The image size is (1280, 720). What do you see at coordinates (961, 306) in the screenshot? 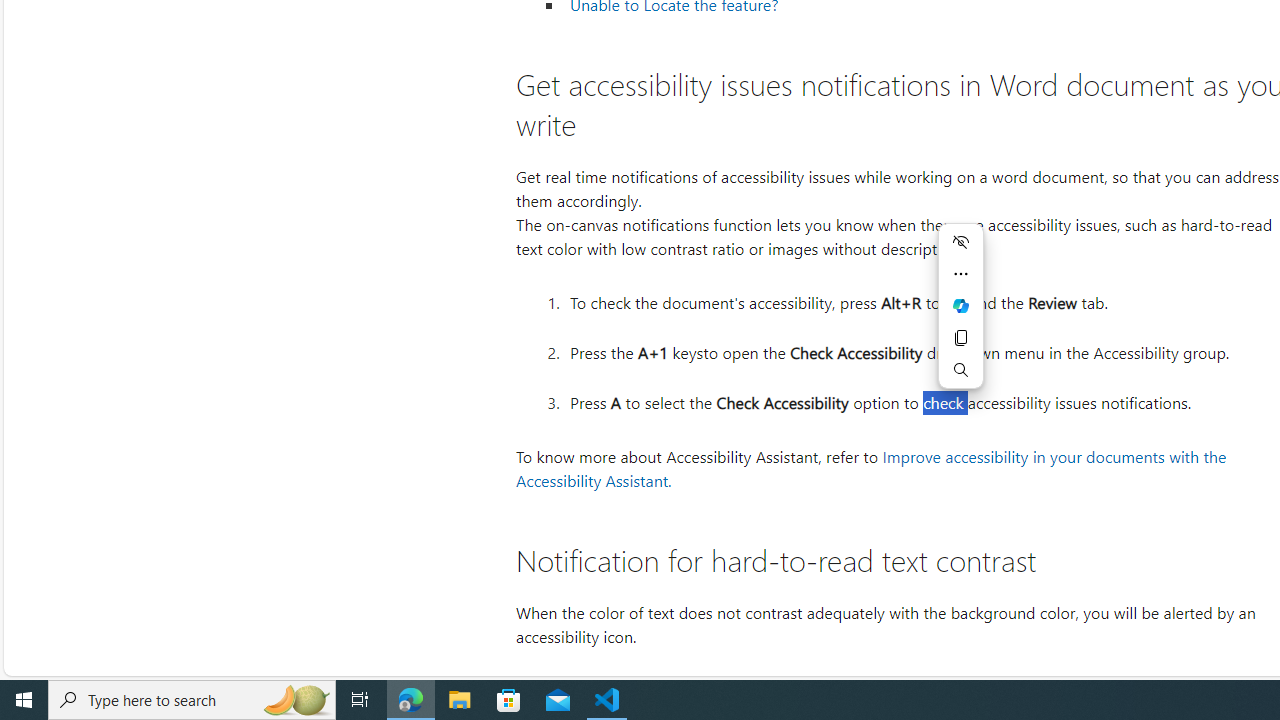
I see `'Ask Copilot'` at bounding box center [961, 306].